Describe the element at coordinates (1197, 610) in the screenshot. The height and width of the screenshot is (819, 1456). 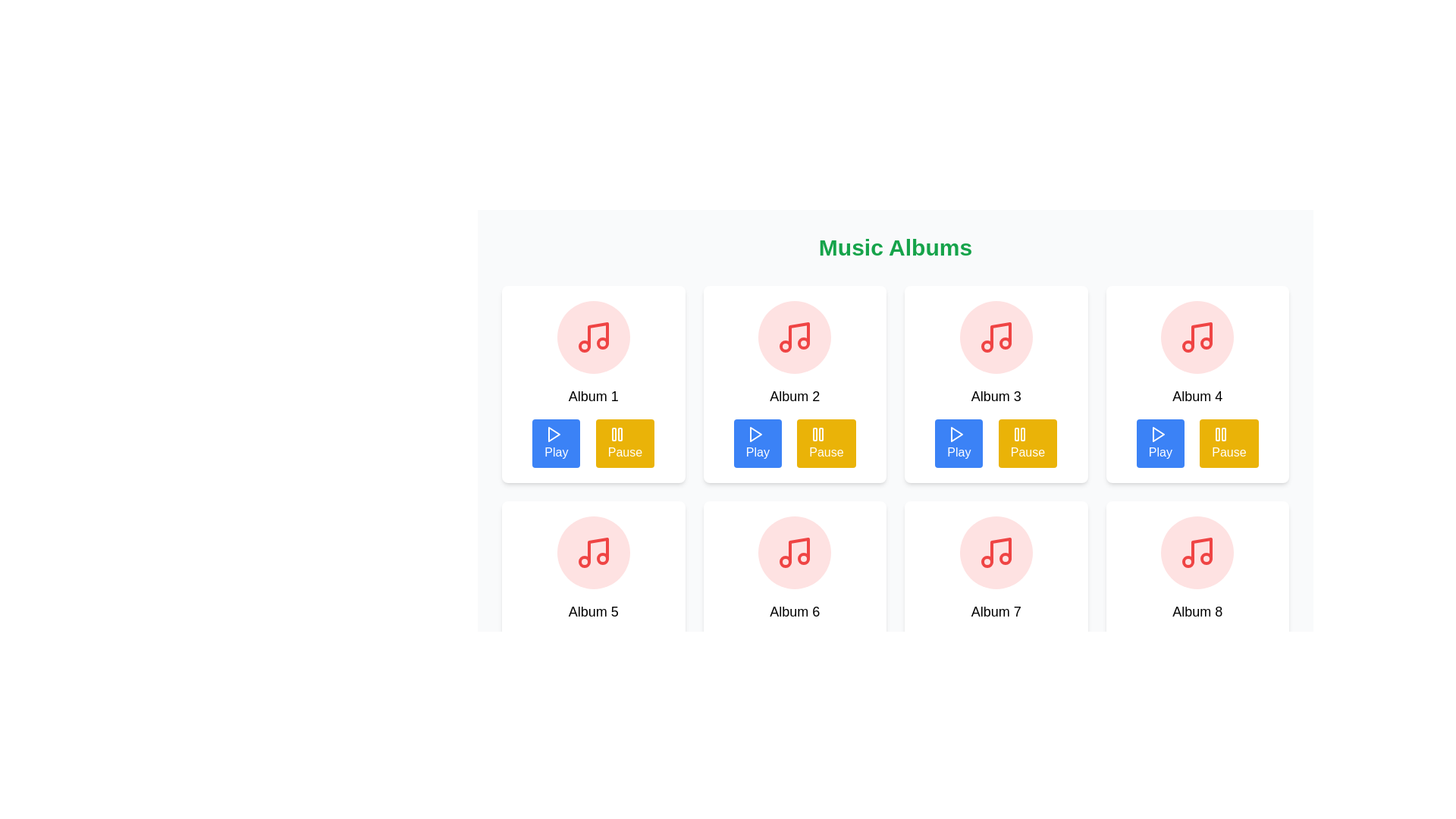
I see `the text label displaying 'Album 8', which is positioned below the musical note icon and above the 'Play' and 'Pause' buttons in the eighth card of the music albums grid` at that location.